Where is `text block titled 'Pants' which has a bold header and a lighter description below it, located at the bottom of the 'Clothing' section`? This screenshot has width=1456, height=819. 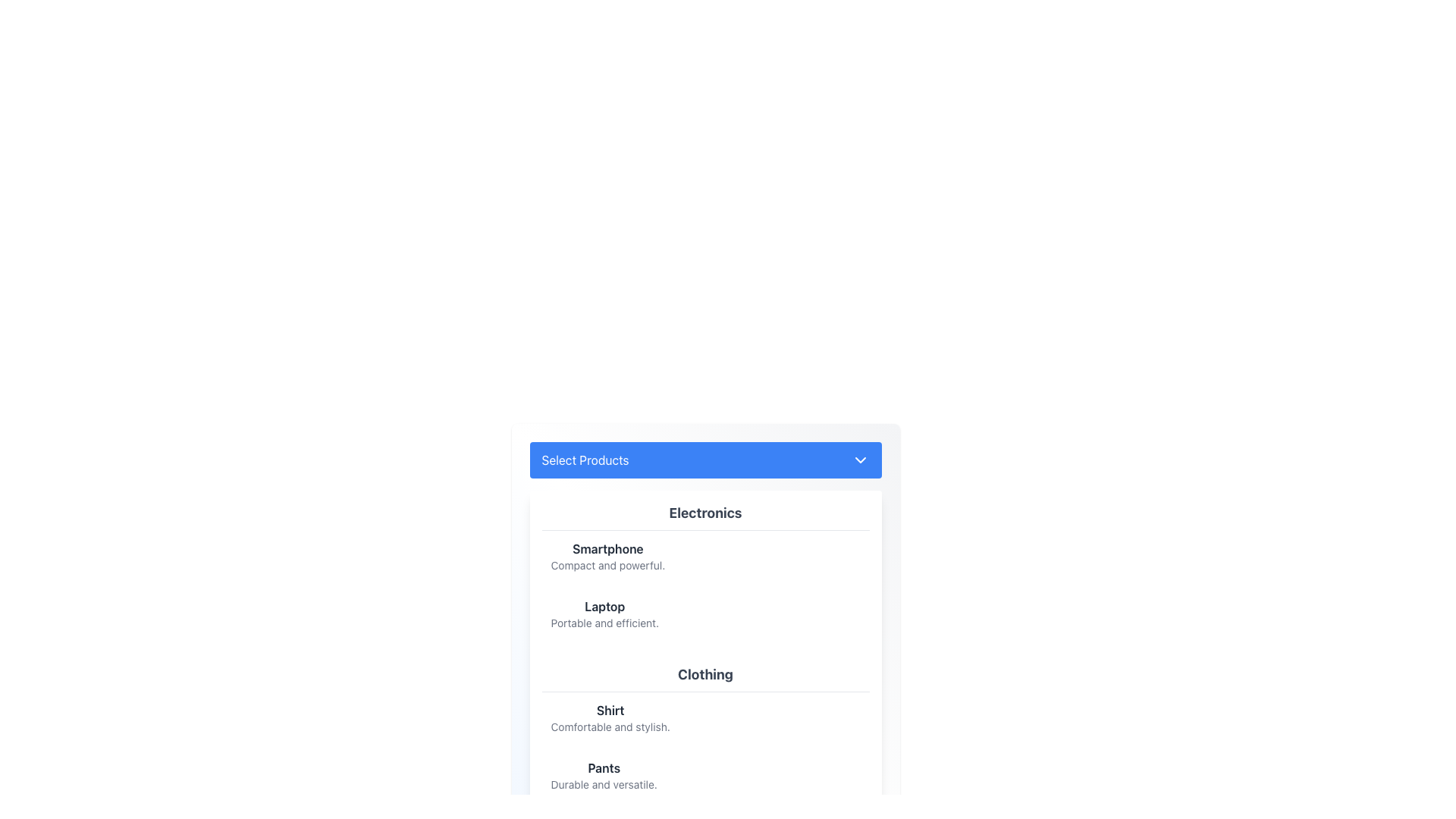 text block titled 'Pants' which has a bold header and a lighter description below it, located at the bottom of the 'Clothing' section is located at coordinates (603, 775).